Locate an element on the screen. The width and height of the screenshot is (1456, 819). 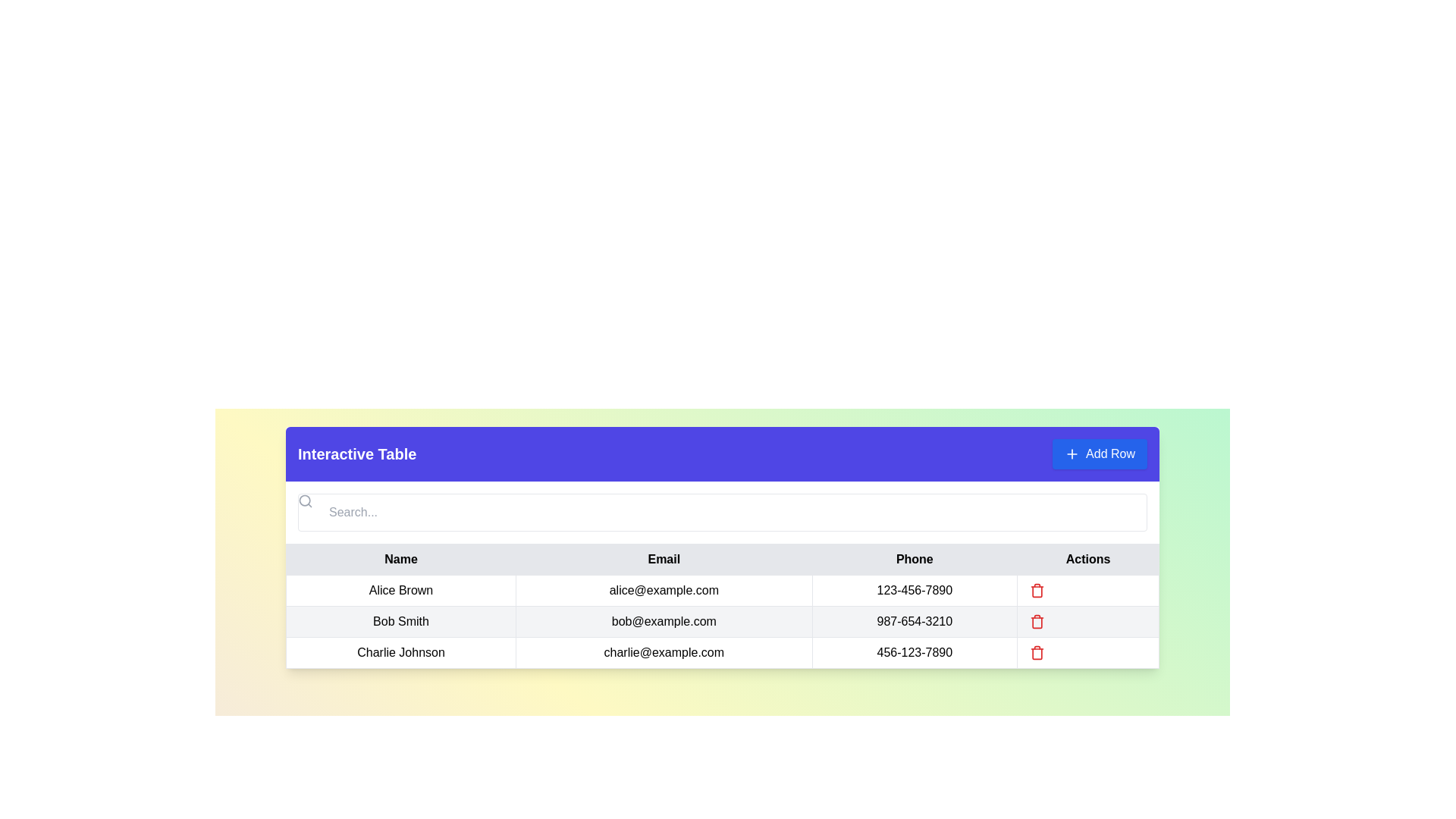
the Text display node showing the phone number for 'Bob Smith' in the third cell of the structured table is located at coordinates (914, 622).